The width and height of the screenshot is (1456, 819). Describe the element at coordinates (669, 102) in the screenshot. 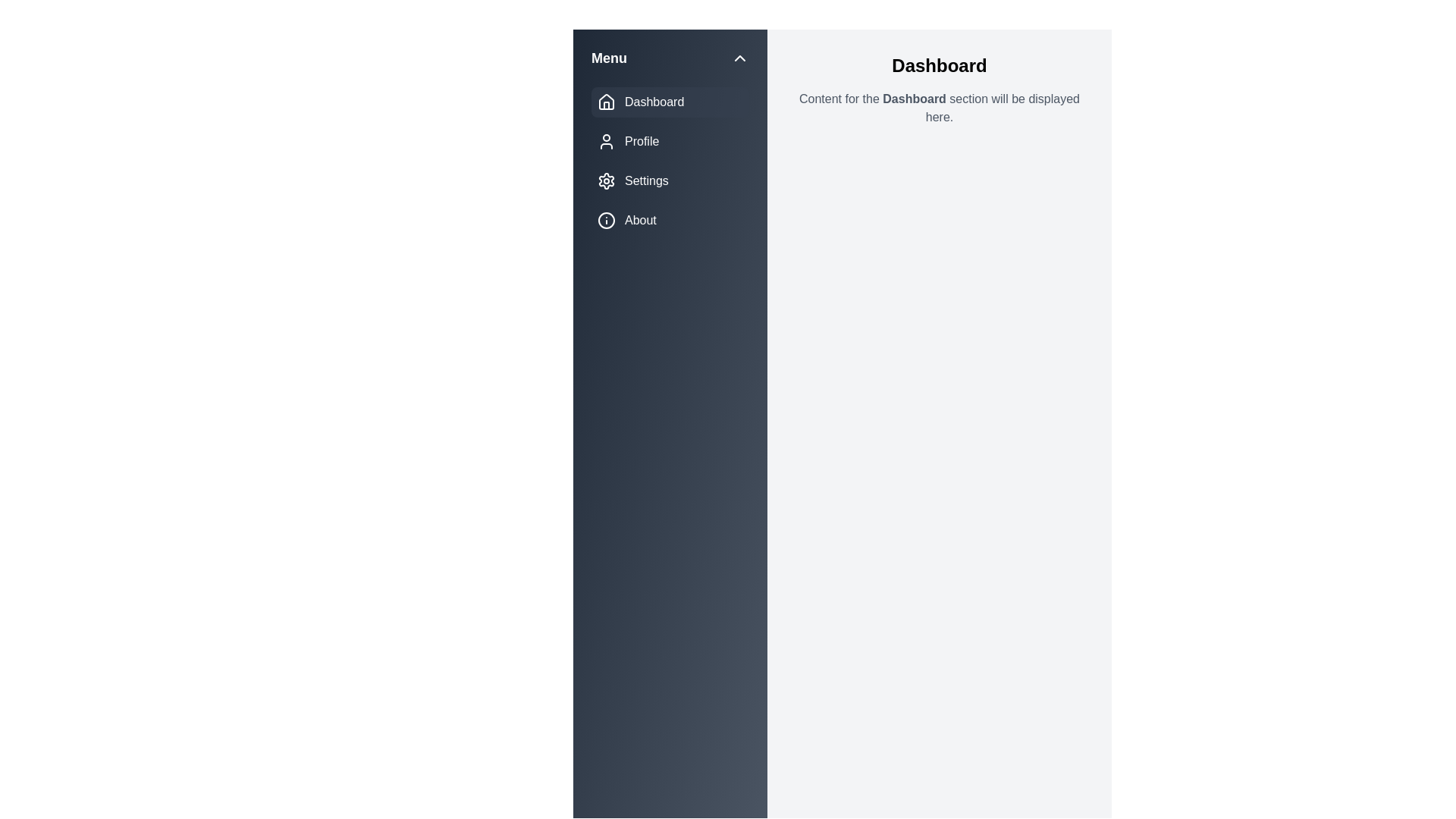

I see `the 'Dashboard' menu item, which is the first option in the vertical navigation bar on the left side of the interface, featuring a house icon and white text on a dark background` at that location.